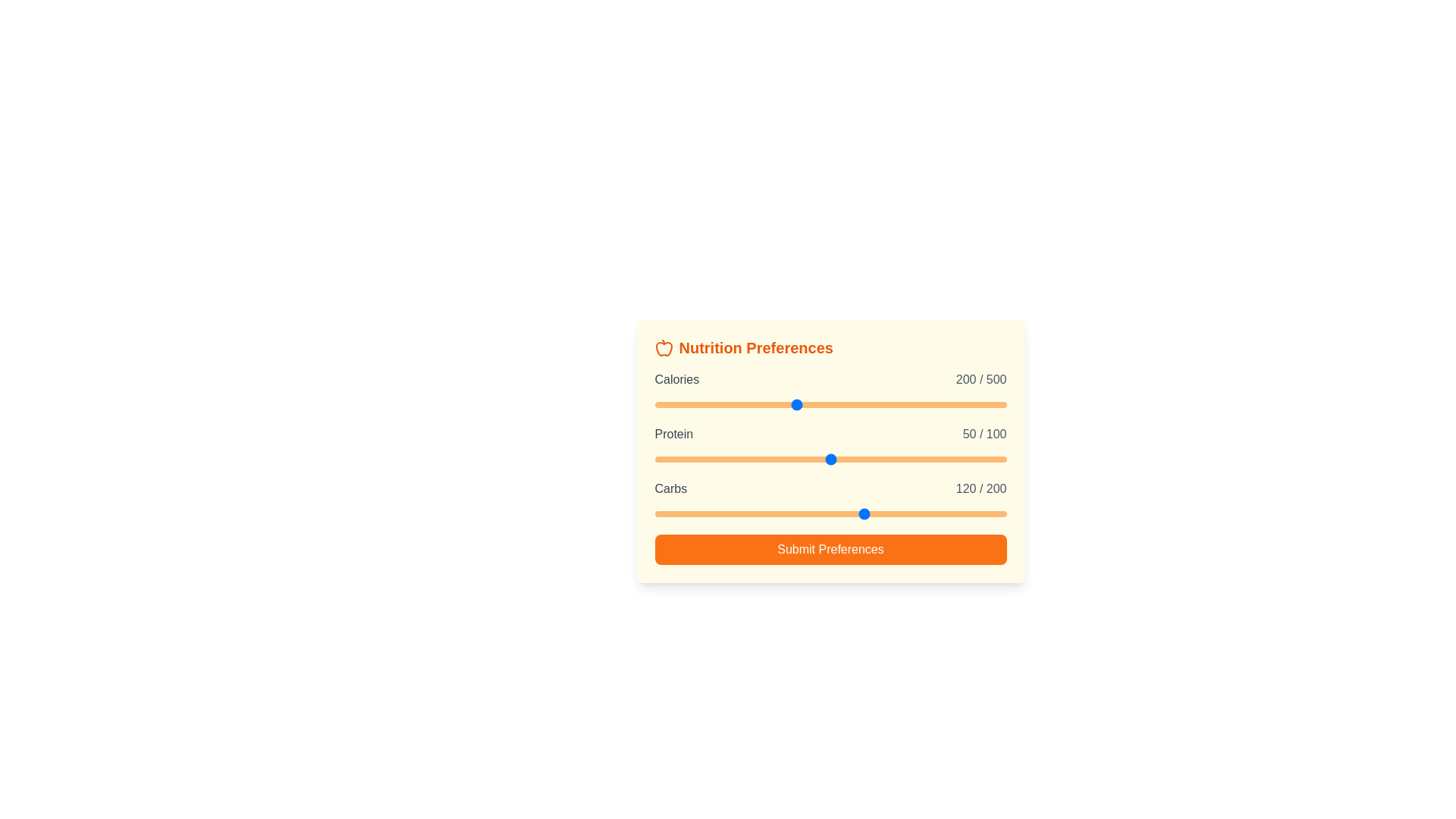 The height and width of the screenshot is (819, 1456). Describe the element at coordinates (937, 513) in the screenshot. I see `the carbohydrate intake value` at that location.